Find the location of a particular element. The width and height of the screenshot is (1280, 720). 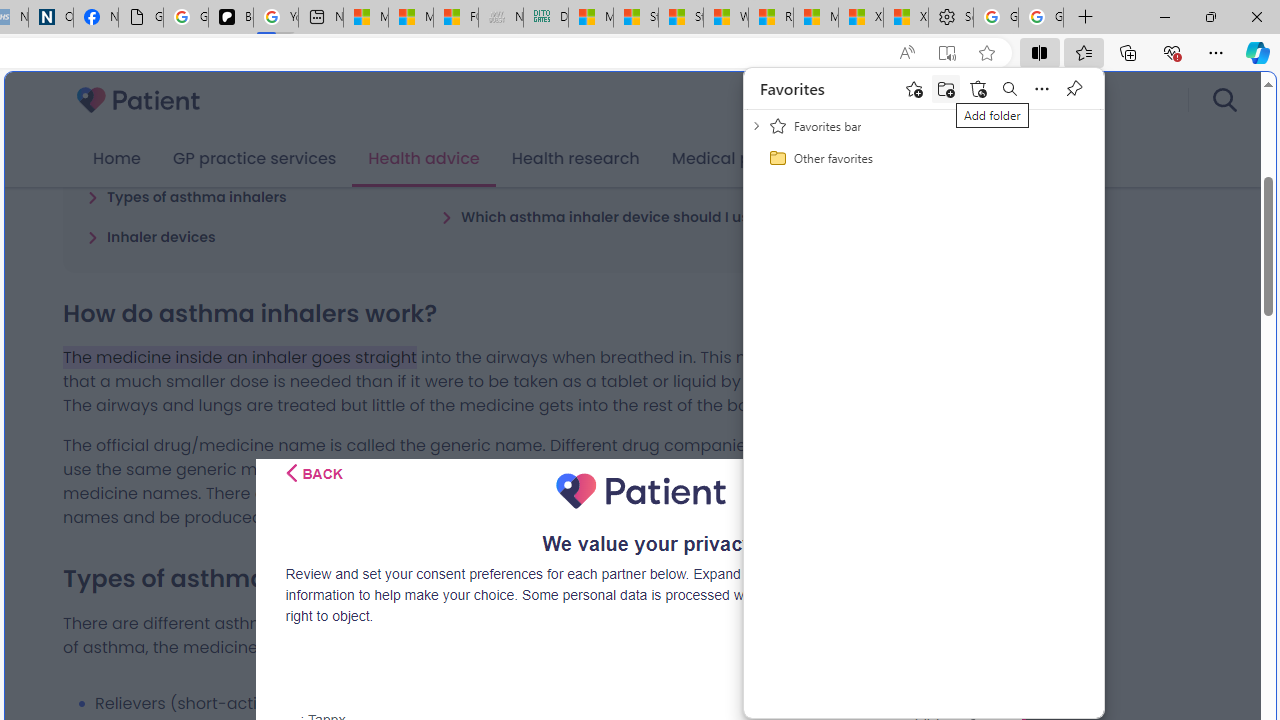

'Health research' is located at coordinates (574, 158).